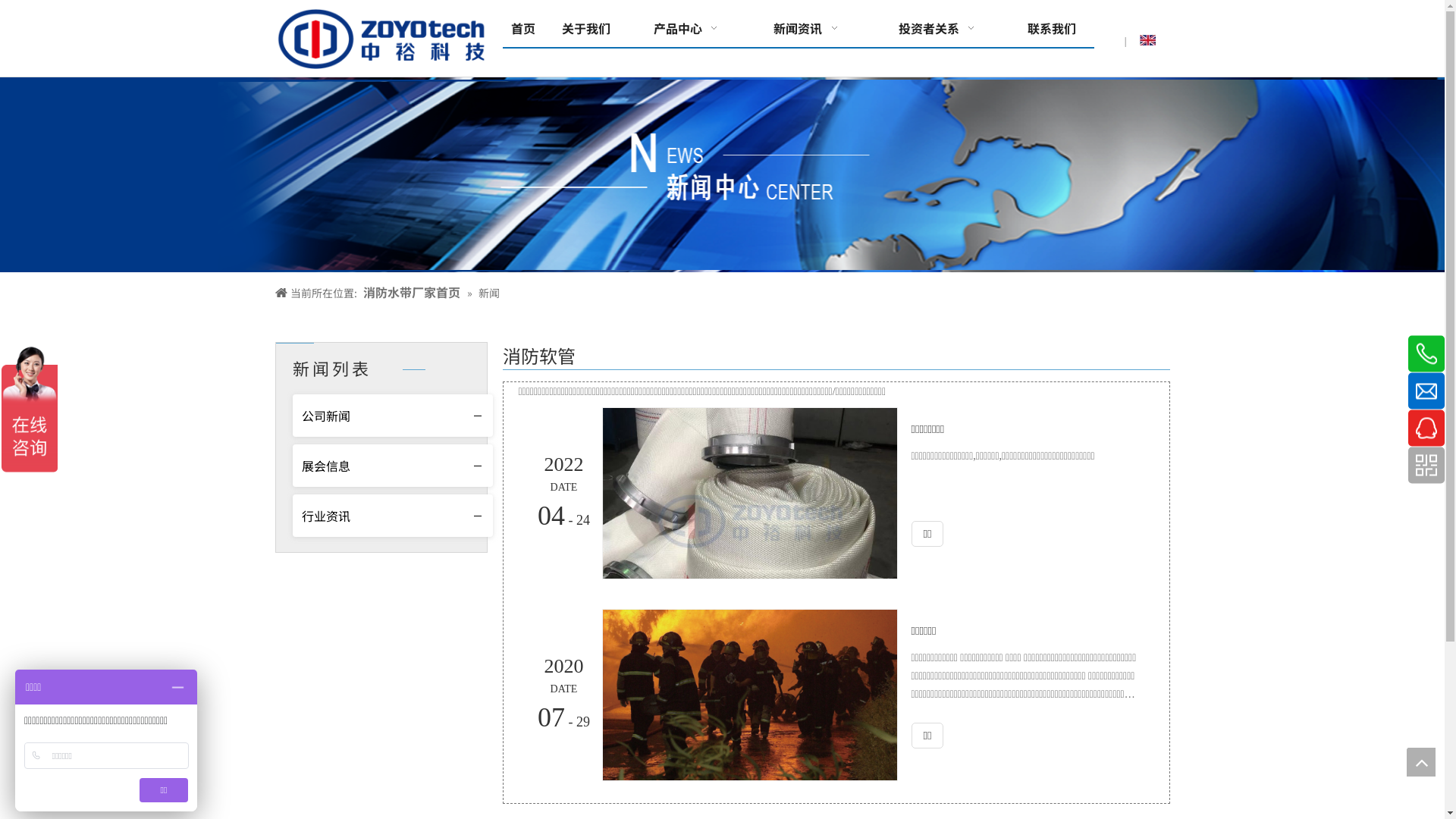  What do you see at coordinates (1420, 762) in the screenshot?
I see `'top'` at bounding box center [1420, 762].